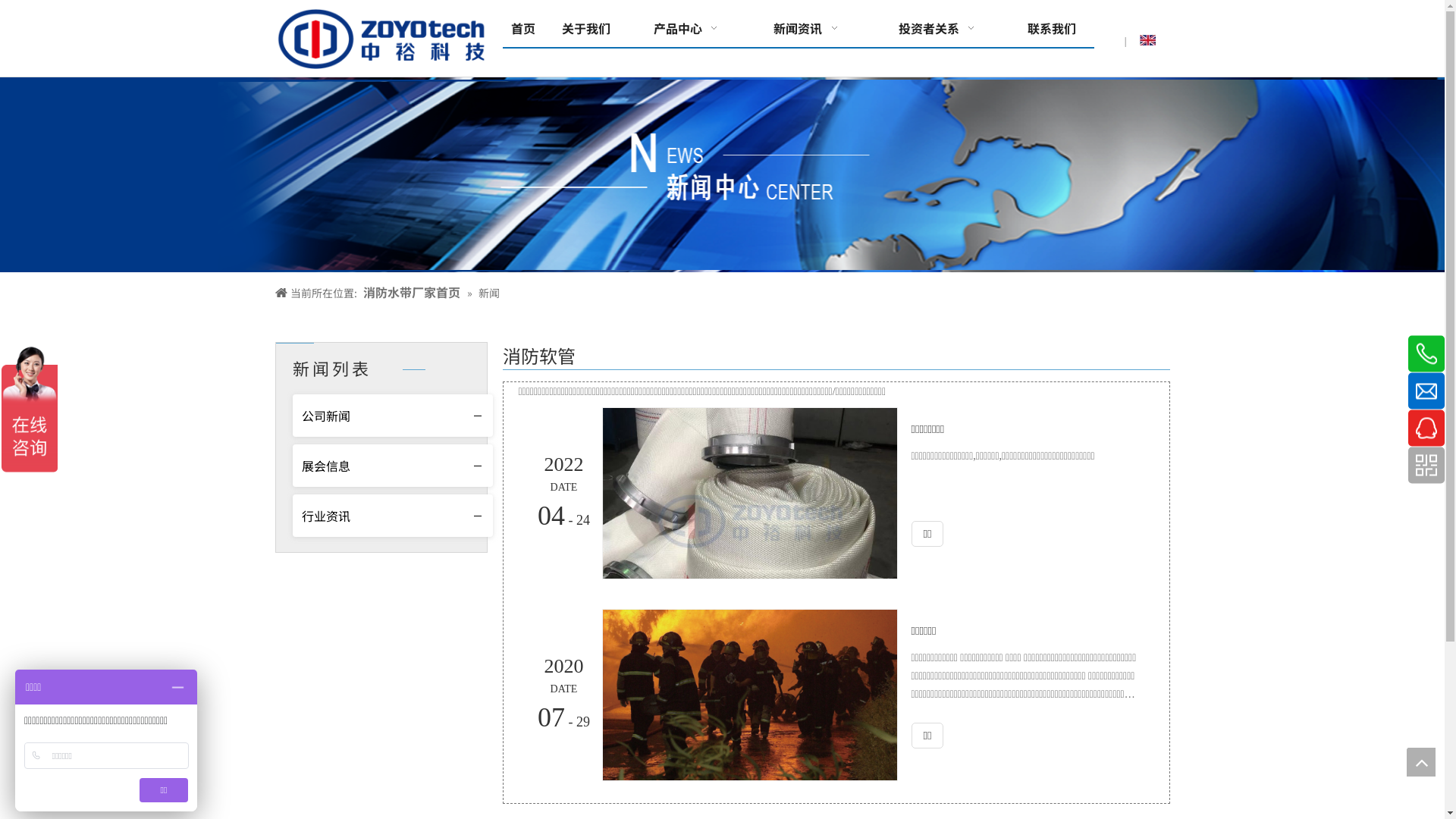  What do you see at coordinates (1420, 762) in the screenshot?
I see `'top'` at bounding box center [1420, 762].